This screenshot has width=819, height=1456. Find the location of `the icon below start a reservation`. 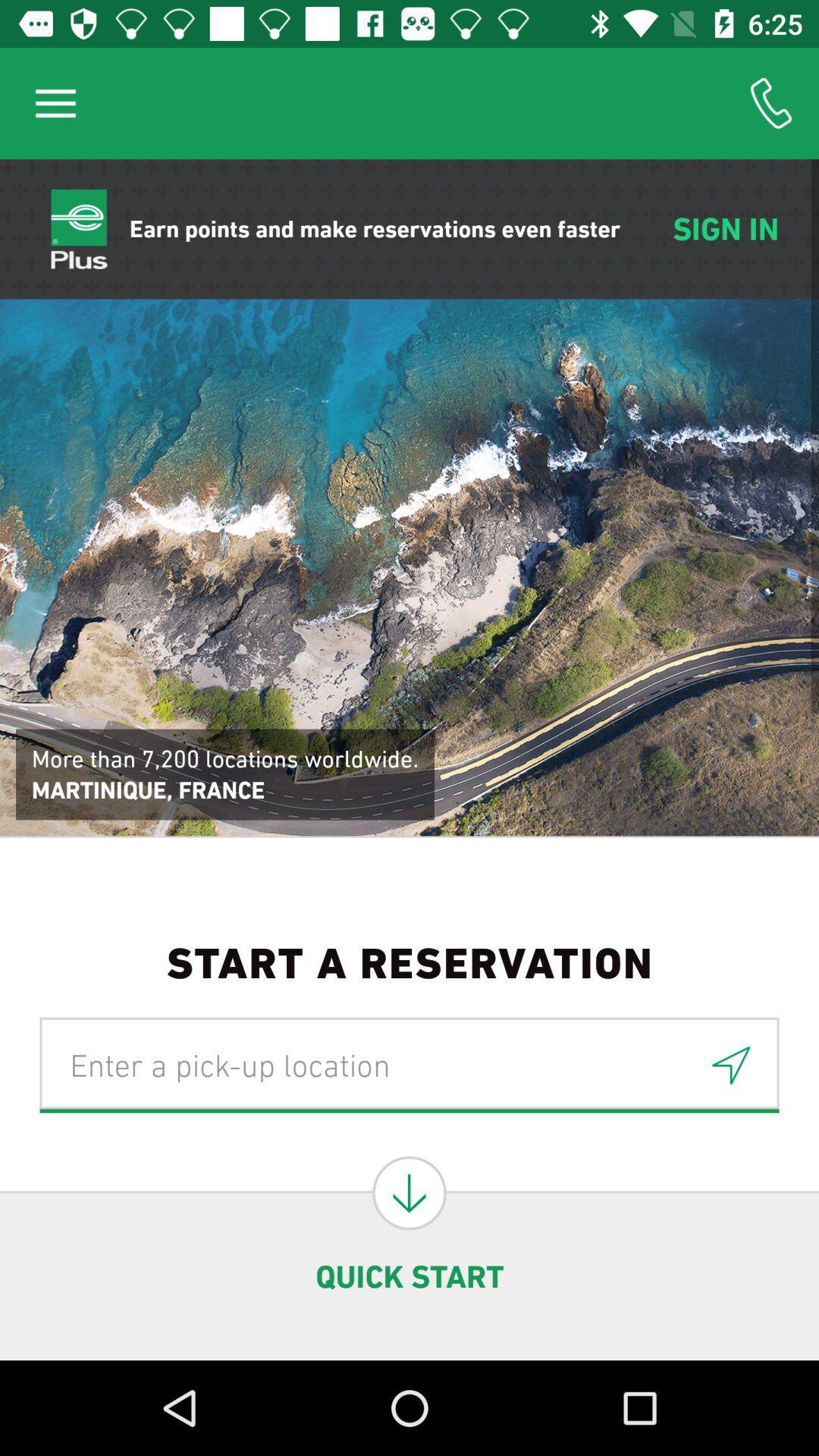

the icon below start a reservation is located at coordinates (409, 1064).